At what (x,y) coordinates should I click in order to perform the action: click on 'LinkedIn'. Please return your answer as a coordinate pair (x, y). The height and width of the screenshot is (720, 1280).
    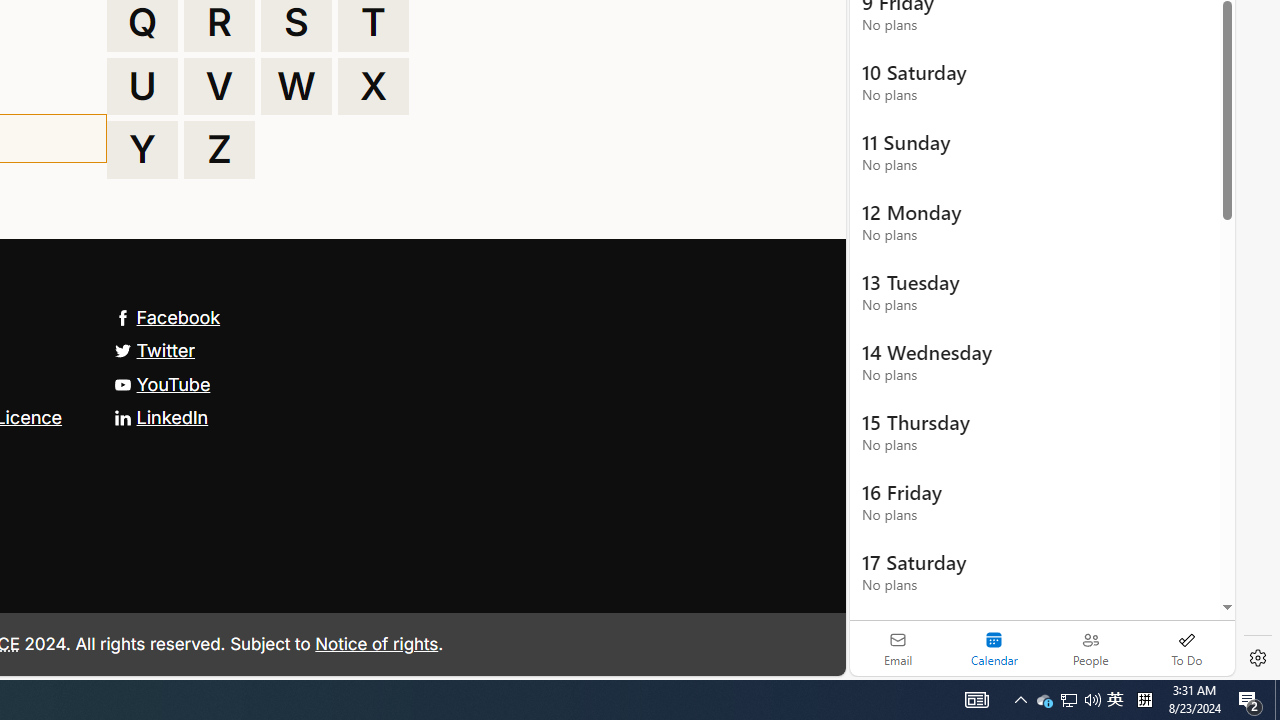
    Looking at the image, I should click on (161, 415).